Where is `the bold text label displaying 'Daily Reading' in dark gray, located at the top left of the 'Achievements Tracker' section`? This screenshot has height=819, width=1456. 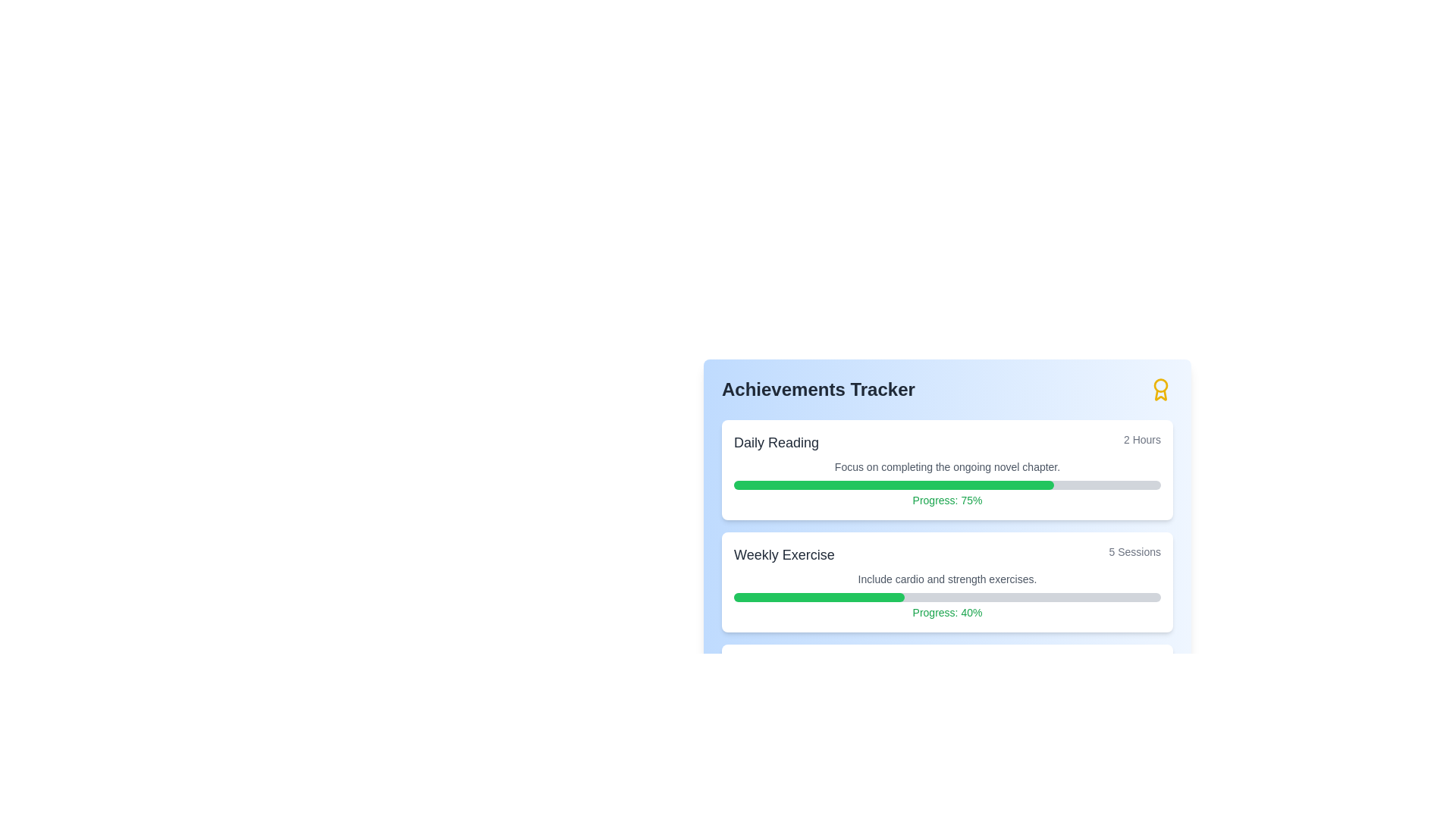
the bold text label displaying 'Daily Reading' in dark gray, located at the top left of the 'Achievements Tracker' section is located at coordinates (776, 442).